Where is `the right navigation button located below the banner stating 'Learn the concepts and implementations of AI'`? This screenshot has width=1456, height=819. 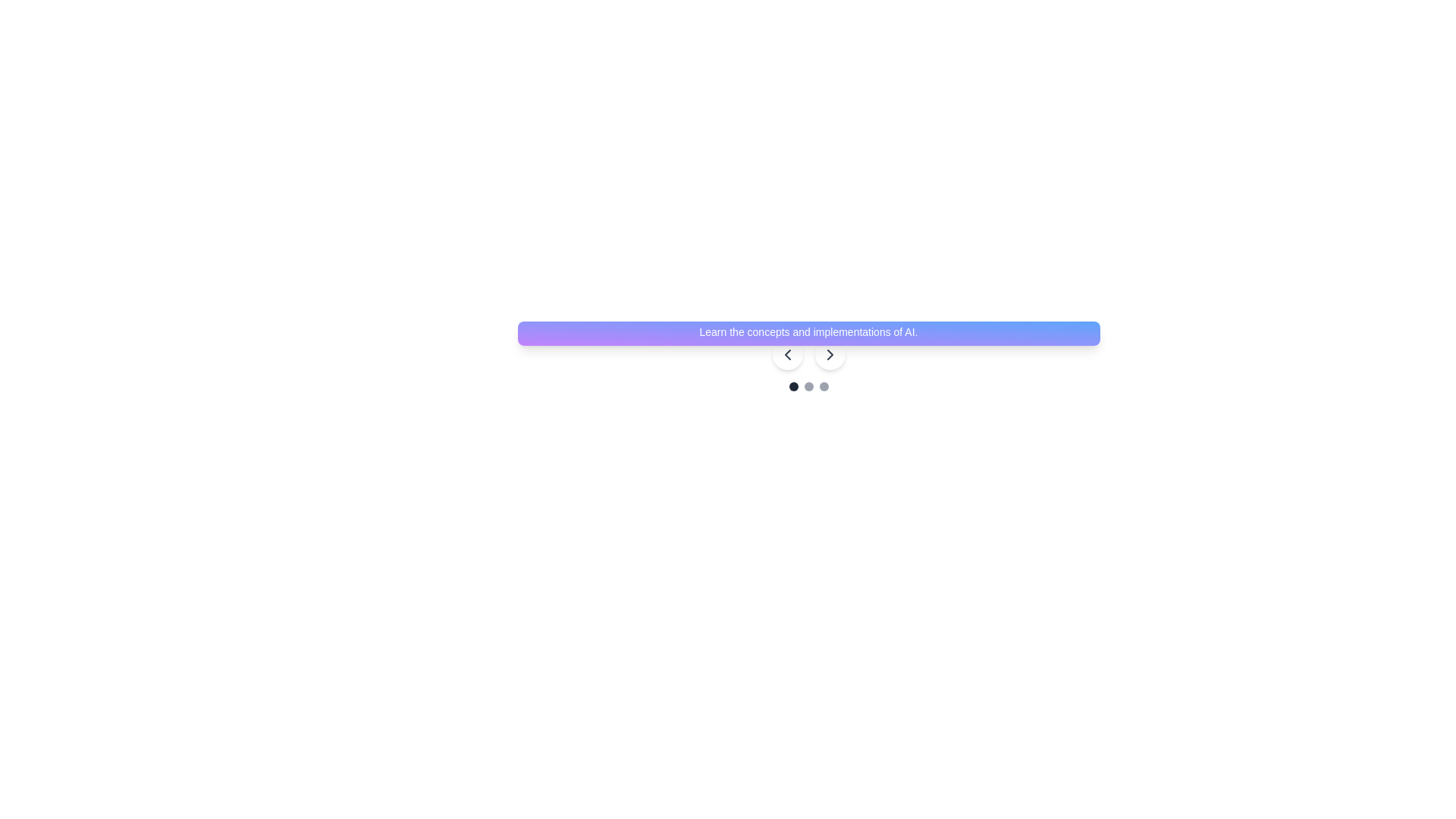 the right navigation button located below the banner stating 'Learn the concepts and implementations of AI' is located at coordinates (829, 354).